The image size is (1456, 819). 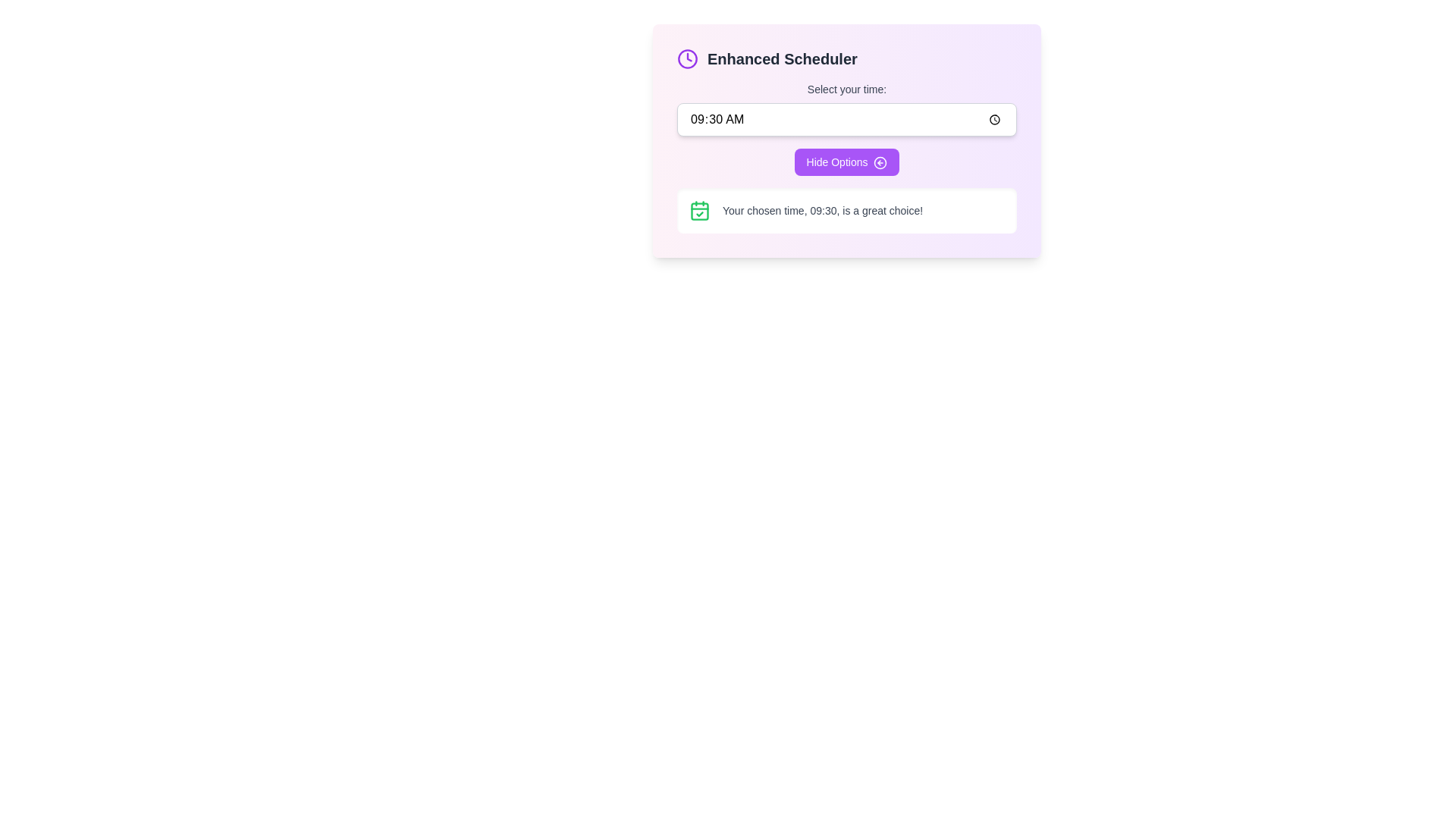 I want to click on the bold textual heading labeled 'Enhanced Scheduler', which is styled with a large font size in dark gray color on a light purple background, located in the top-left corner of the interactive card-like UI structure, so click(x=783, y=58).